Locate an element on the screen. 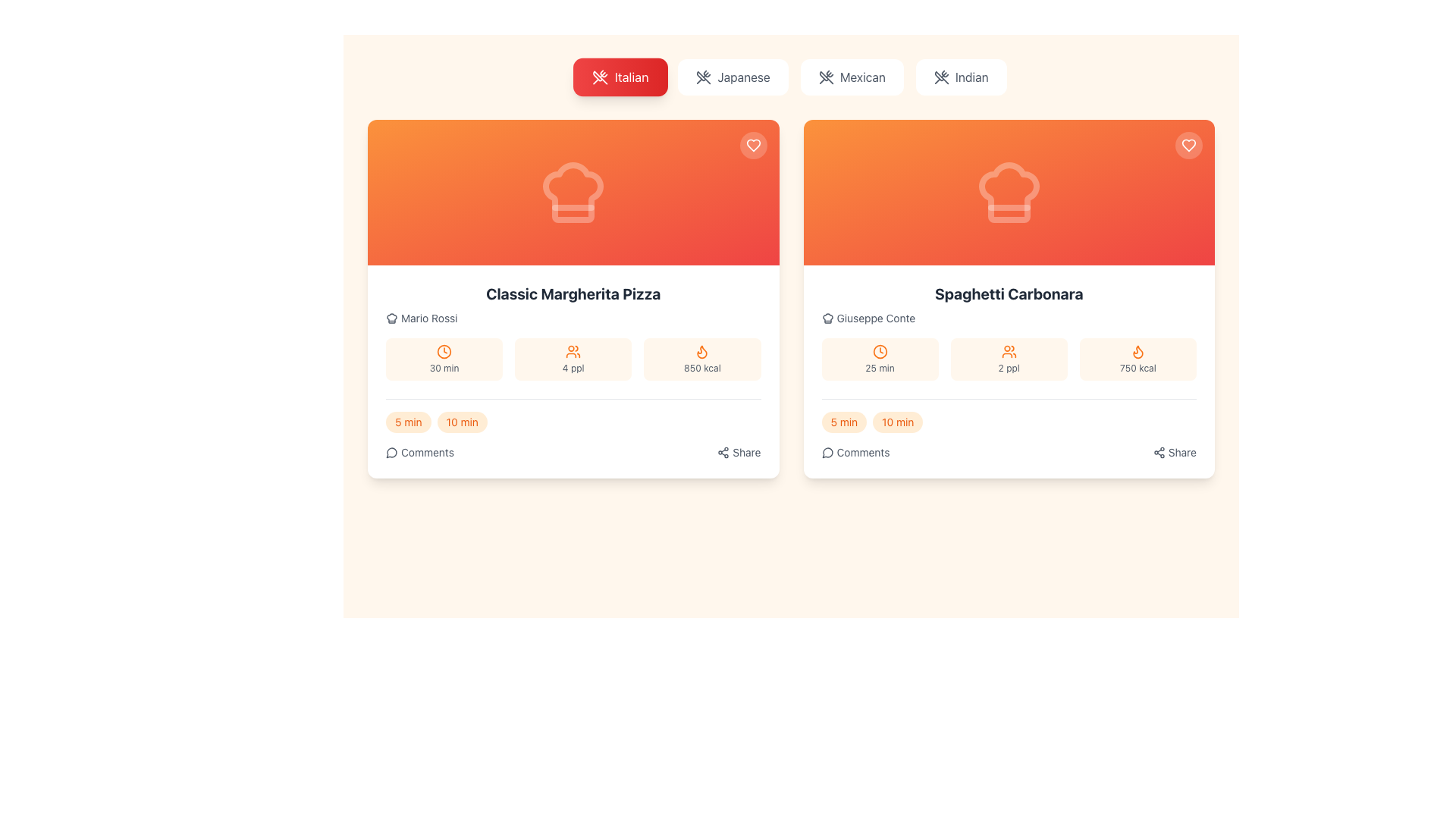 The height and width of the screenshot is (819, 1456). displayed time information from the Text with icon indicator that features an orange circular clock icon and the text '25 min' below it is located at coordinates (880, 359).